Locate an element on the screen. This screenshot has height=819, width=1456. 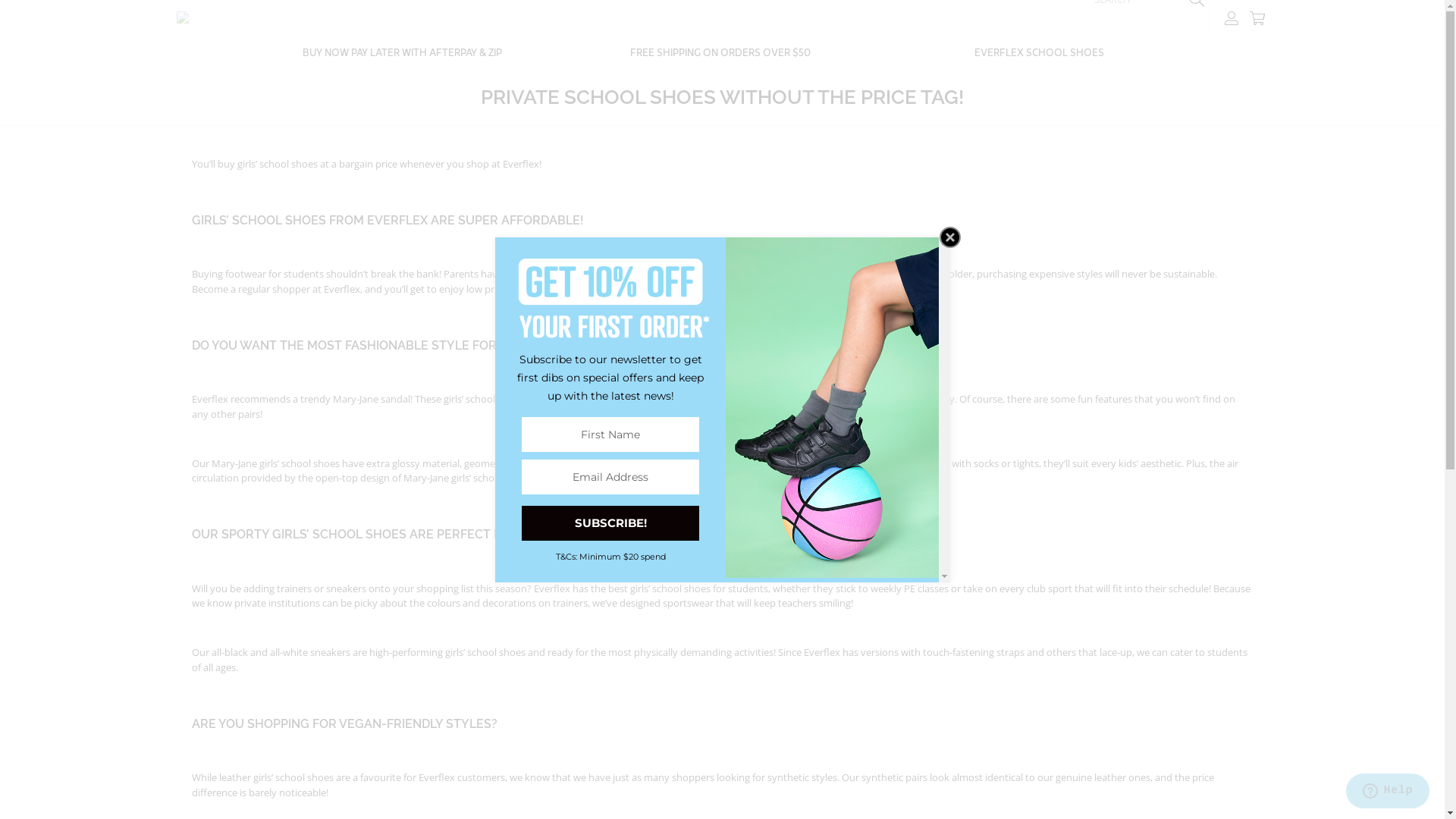
'EVERFLEX SCHOOL SHOES' is located at coordinates (1038, 52).